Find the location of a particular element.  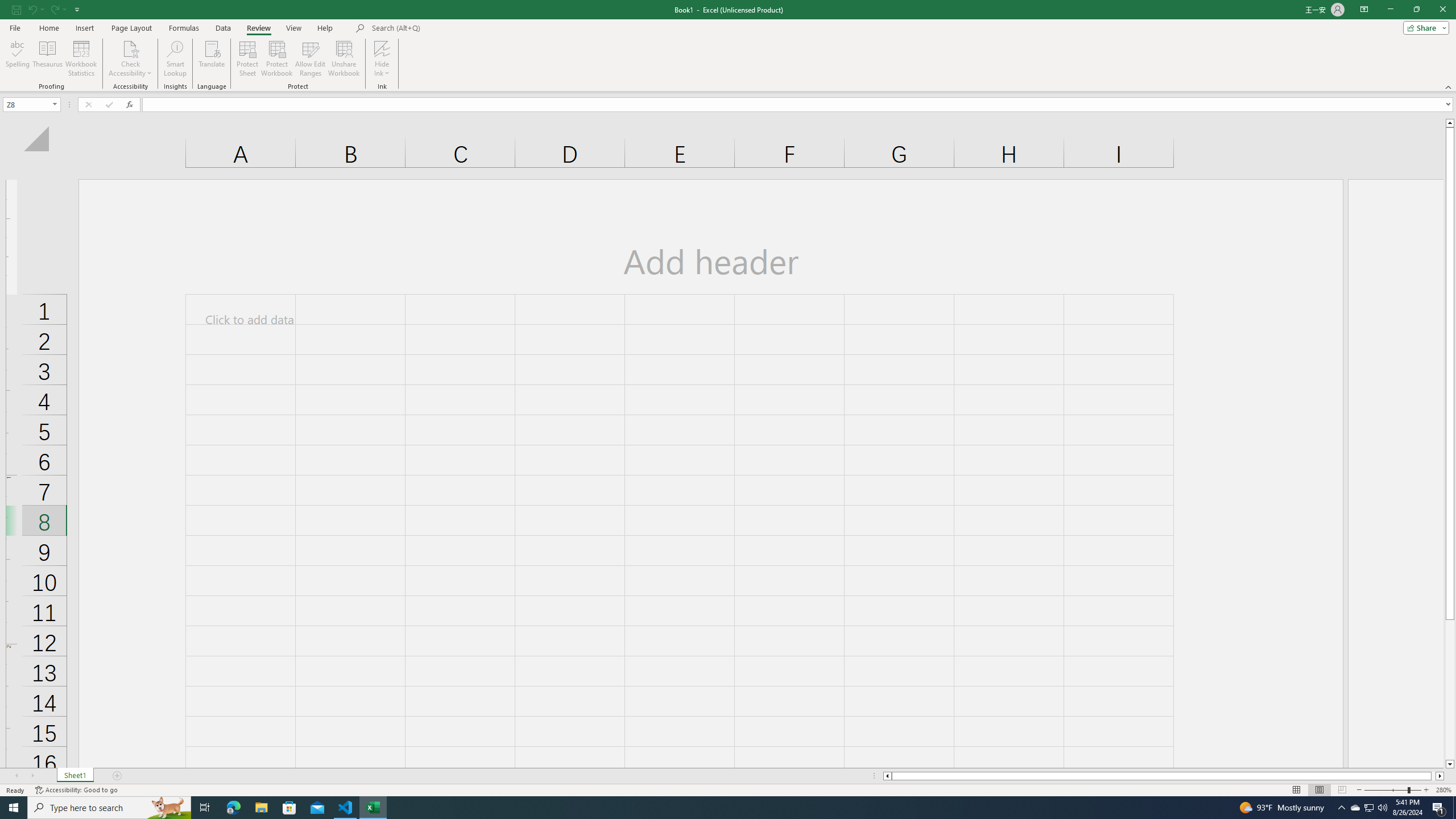

'Page Layout' is located at coordinates (131, 28).